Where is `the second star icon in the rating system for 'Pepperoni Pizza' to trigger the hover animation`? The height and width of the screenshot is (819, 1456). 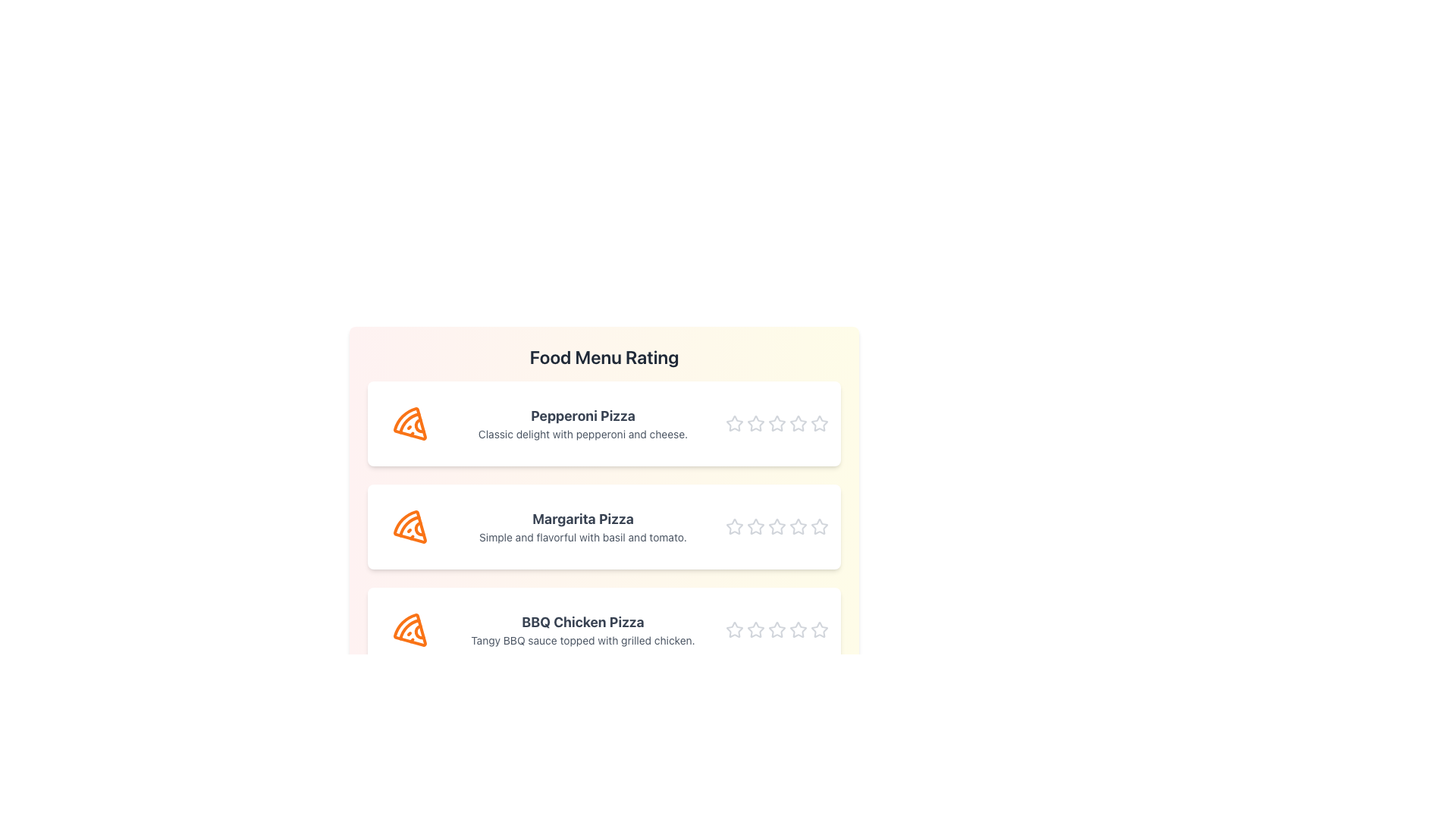 the second star icon in the rating system for 'Pepperoni Pizza' to trigger the hover animation is located at coordinates (756, 424).